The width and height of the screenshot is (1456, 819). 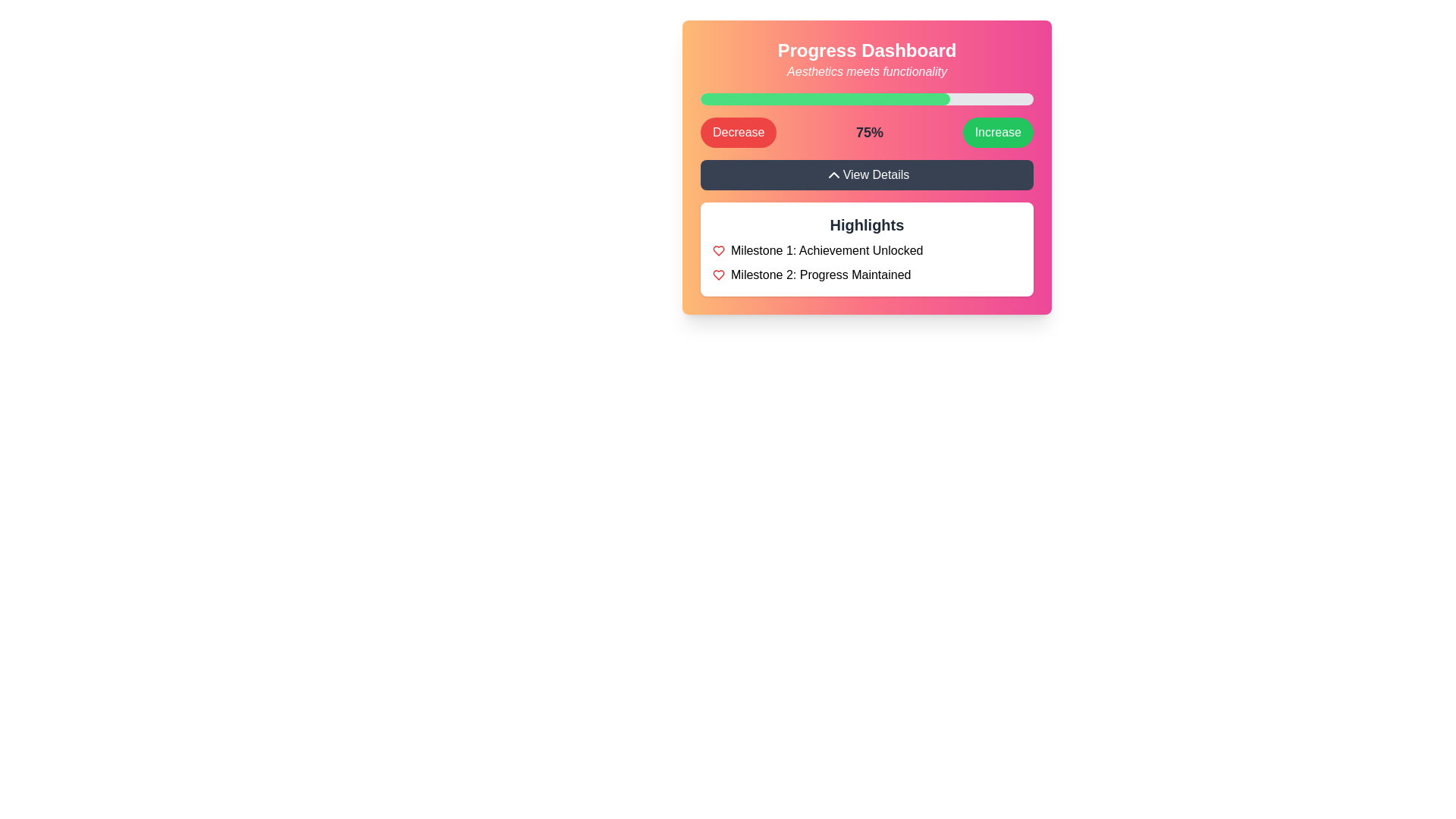 I want to click on the heart icon that signifies 'Milestone 2: Progress Maintained' to acknowledge or interact with it, so click(x=718, y=275).